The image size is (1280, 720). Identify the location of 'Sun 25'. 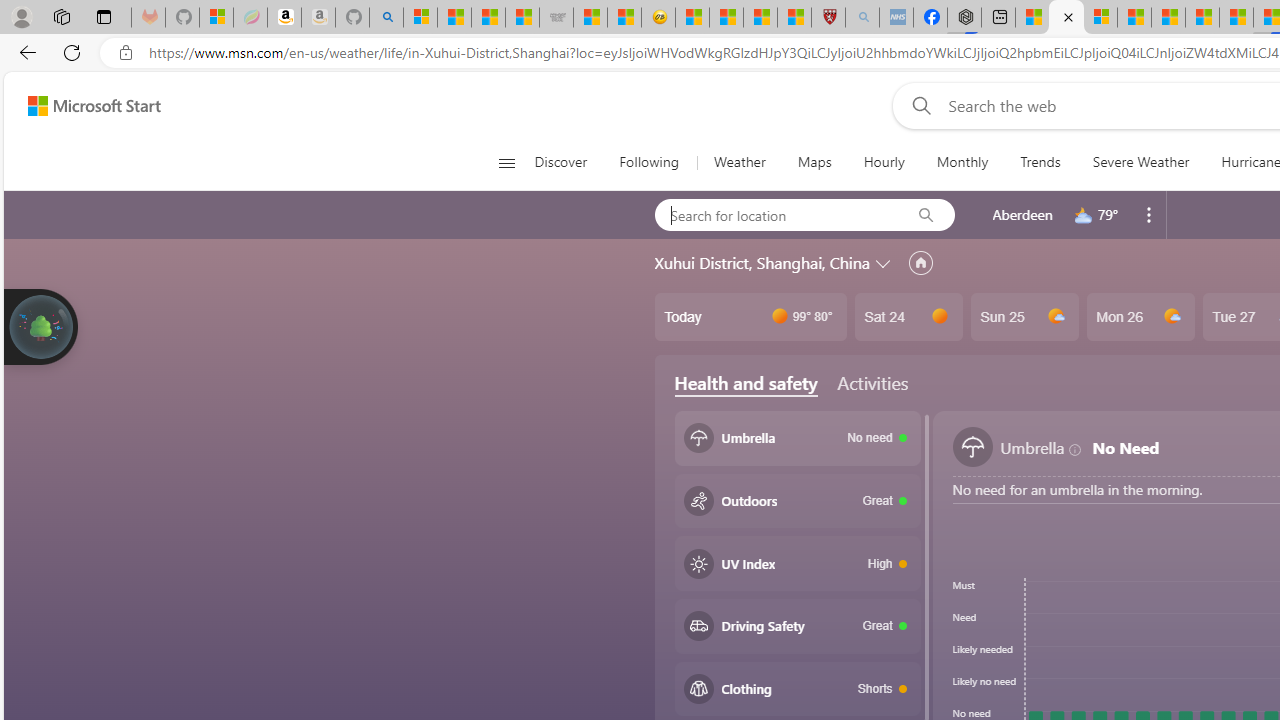
(1024, 316).